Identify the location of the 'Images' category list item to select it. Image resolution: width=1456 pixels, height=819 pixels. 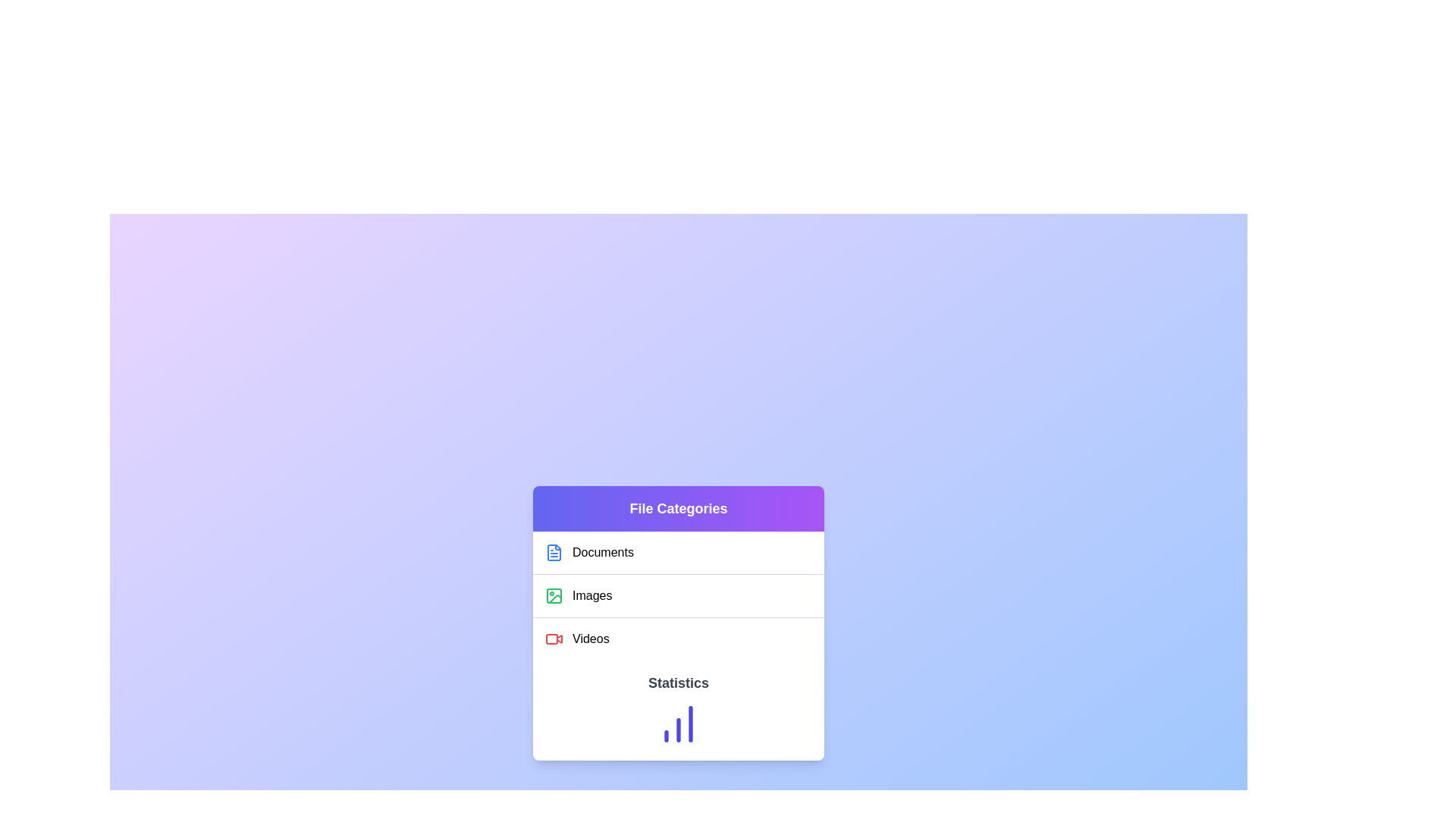
(677, 595).